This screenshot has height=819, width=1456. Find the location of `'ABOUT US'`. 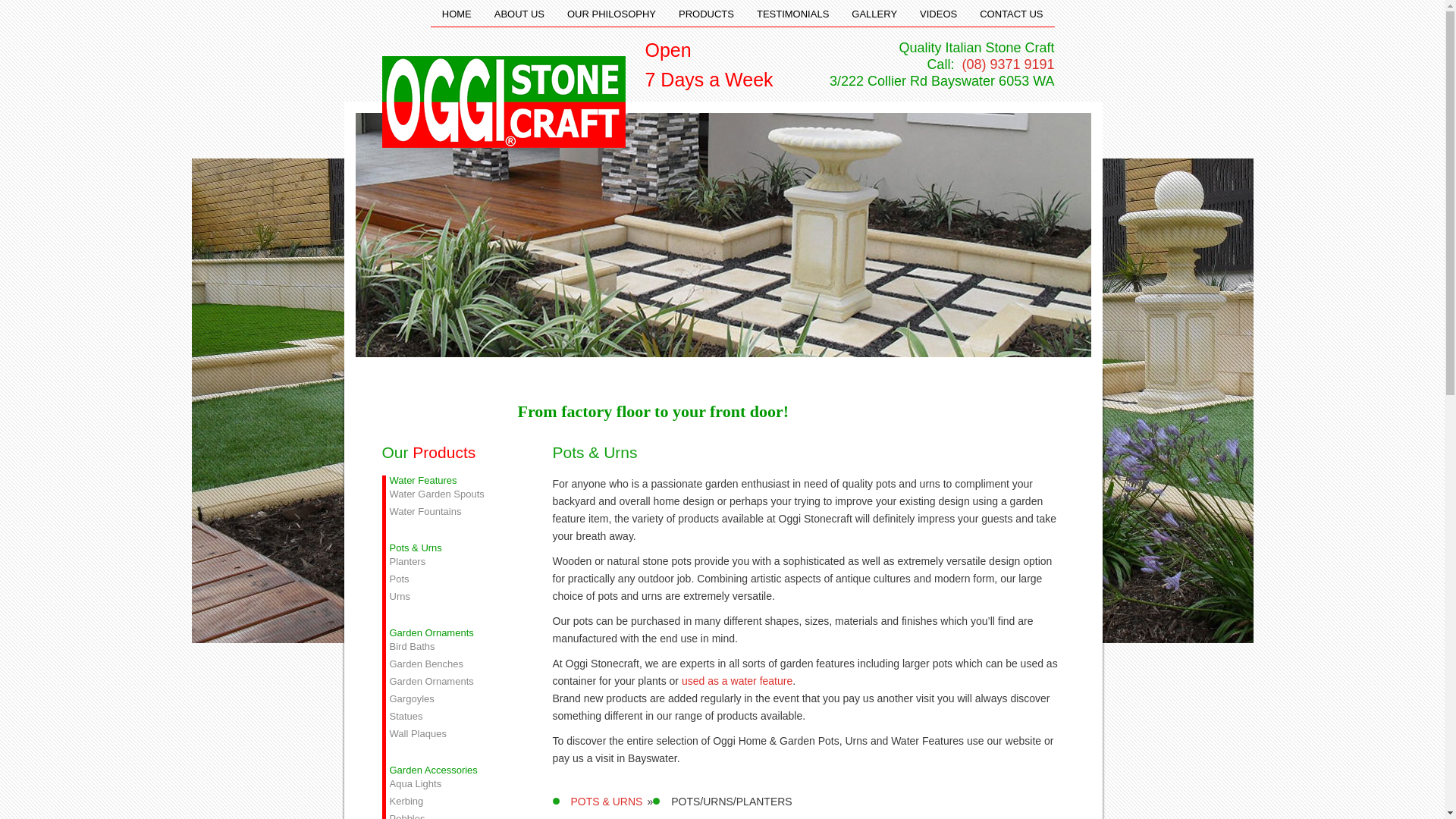

'ABOUT US' is located at coordinates (519, 13).